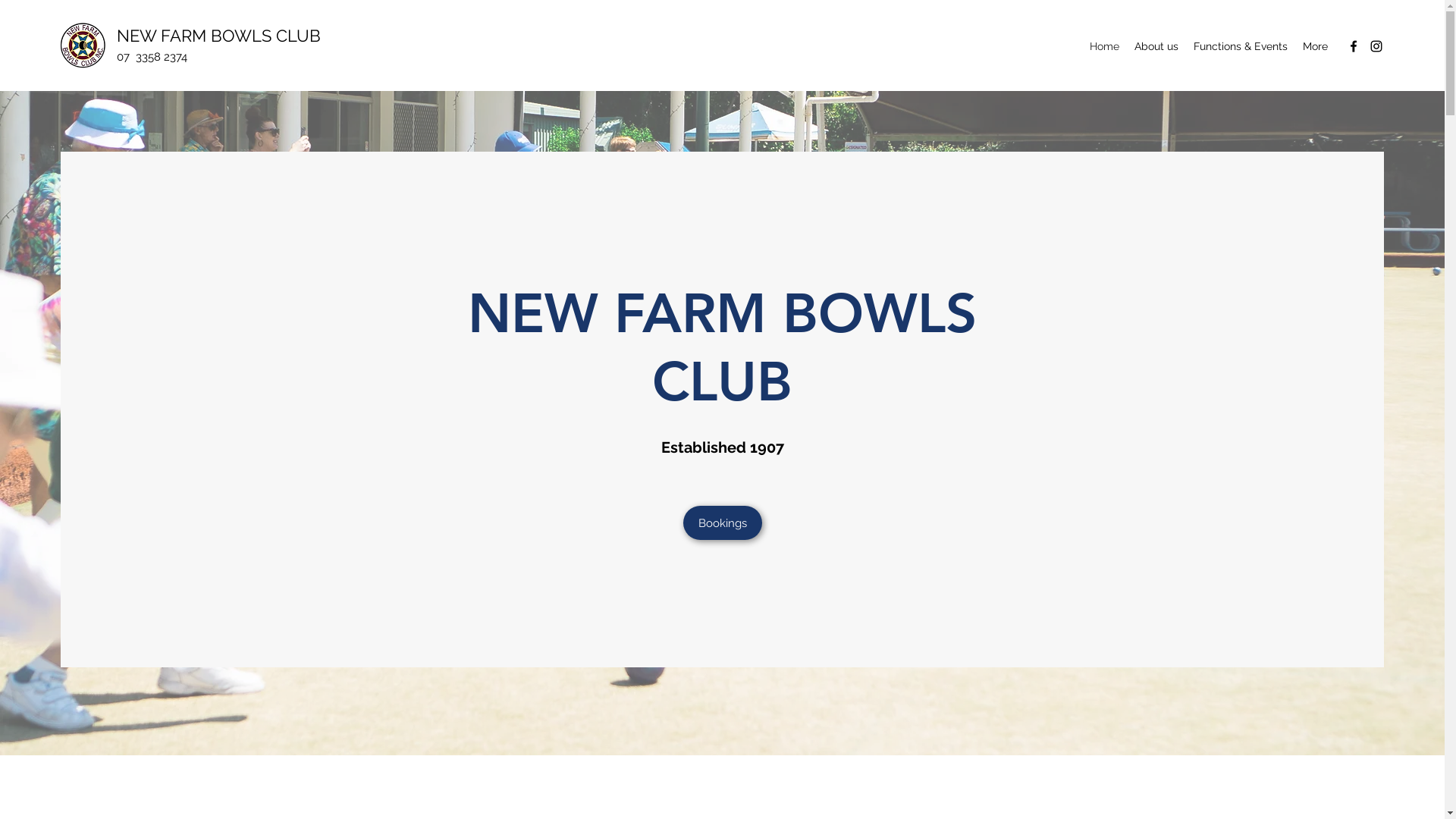 This screenshot has height=819, width=1456. I want to click on 'Functions & Events', so click(1185, 45).